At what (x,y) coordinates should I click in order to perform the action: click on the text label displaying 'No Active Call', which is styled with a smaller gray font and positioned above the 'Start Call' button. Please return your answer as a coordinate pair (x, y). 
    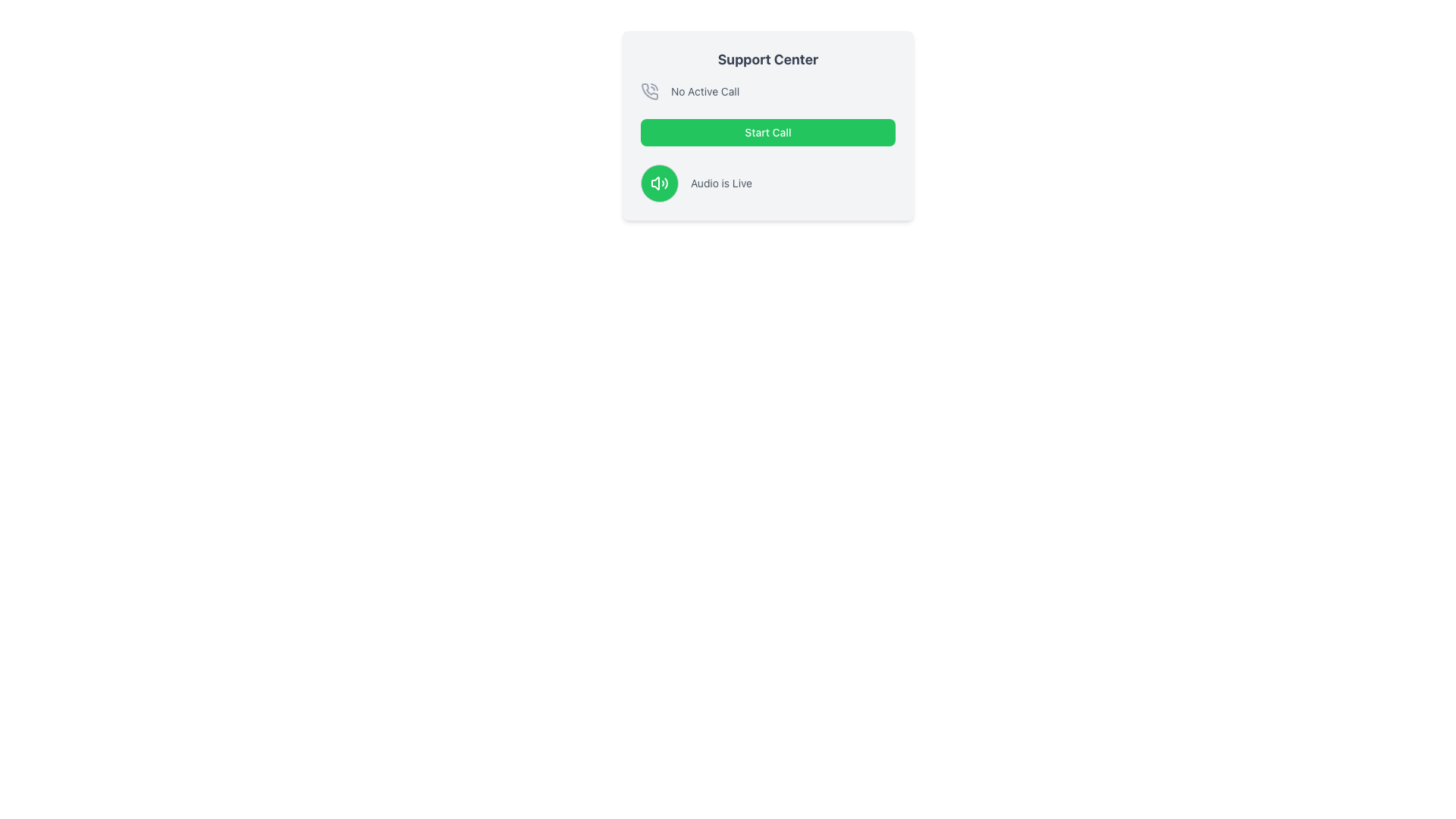
    Looking at the image, I should click on (704, 91).